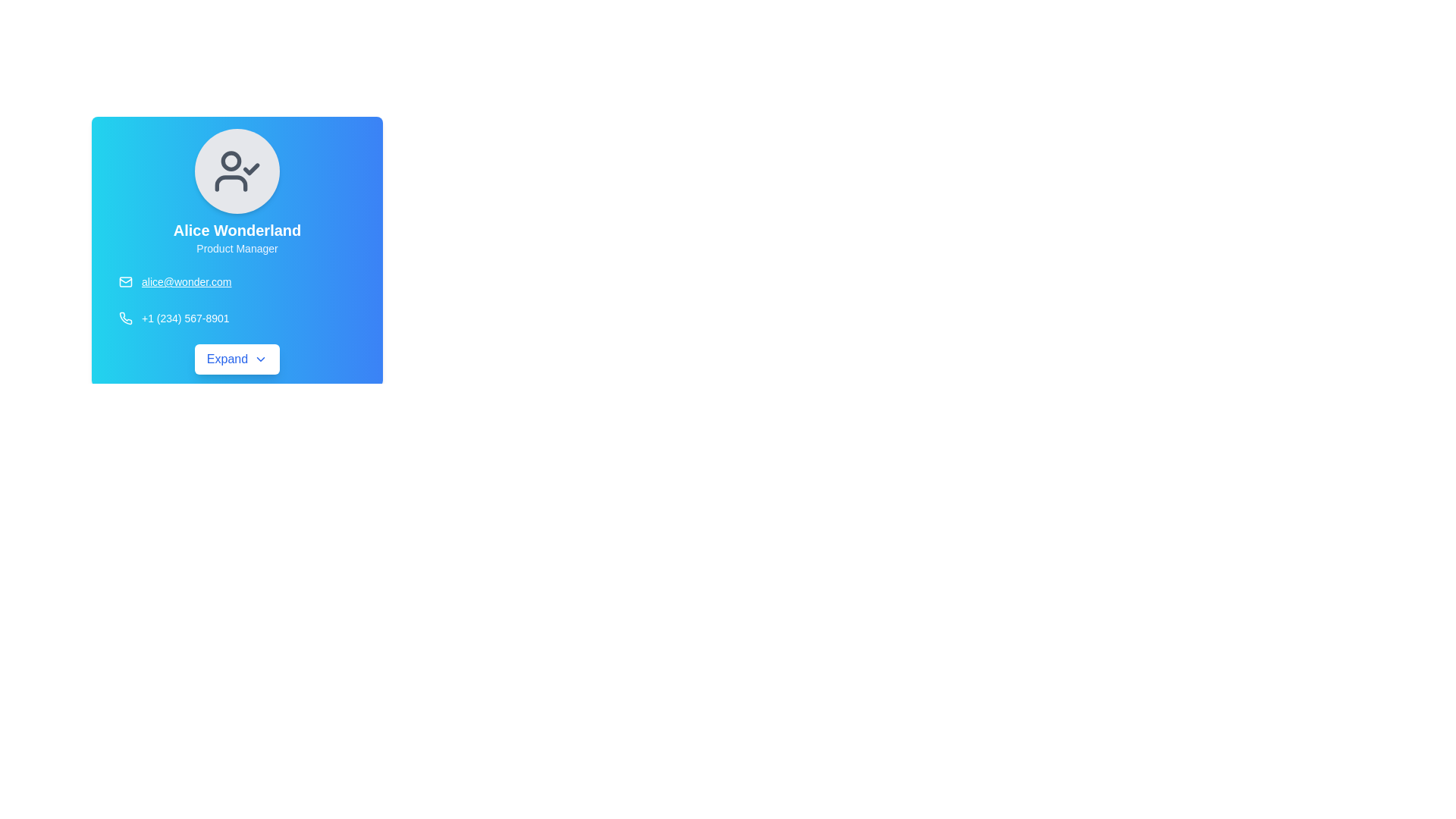 This screenshot has height=819, width=1456. Describe the element at coordinates (126, 281) in the screenshot. I see `the small envelope-shaped icon representing an email, which is located to the left of the email address 'alice@wonder.com'` at that location.